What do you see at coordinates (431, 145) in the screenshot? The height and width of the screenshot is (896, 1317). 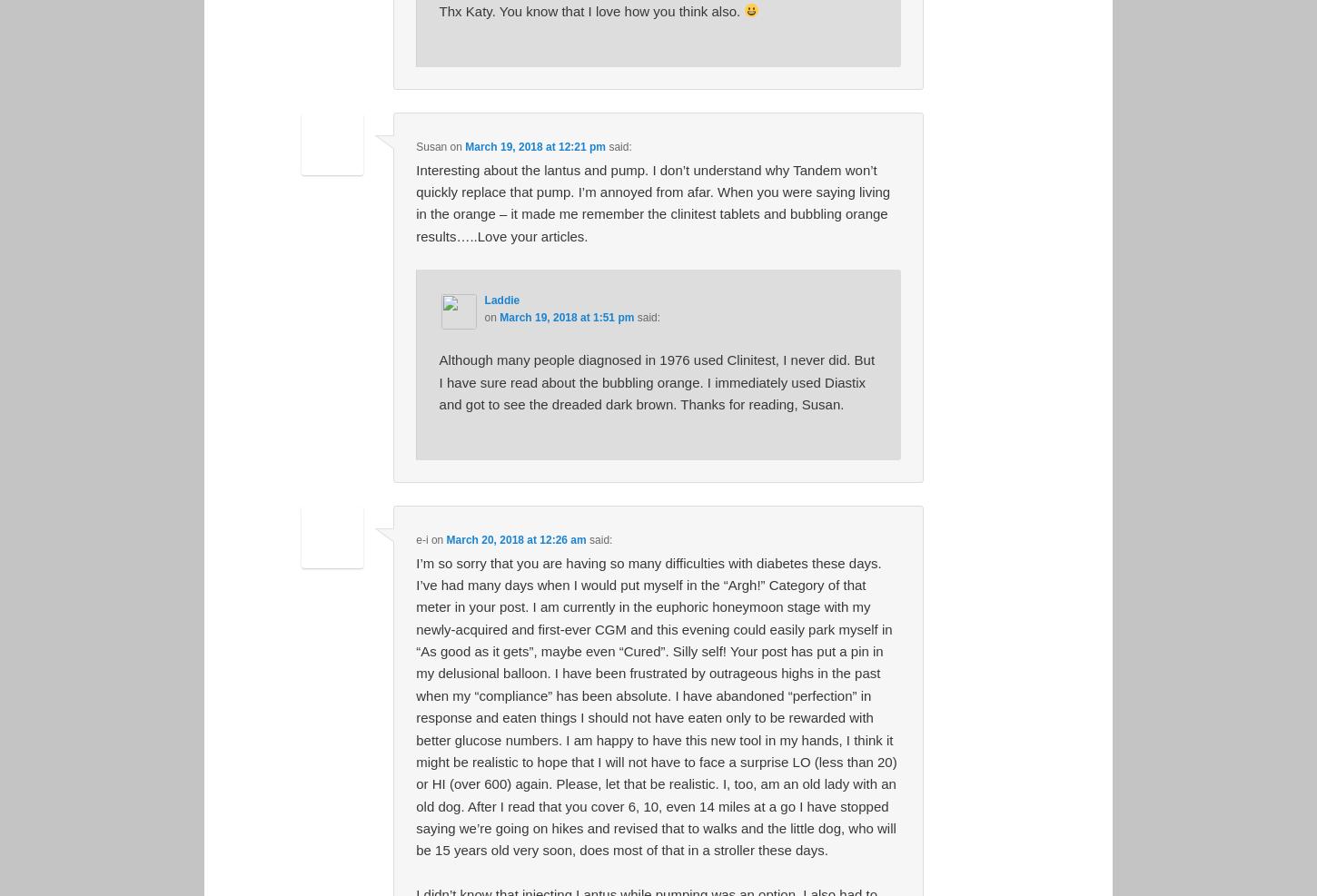 I see `'Susan'` at bounding box center [431, 145].